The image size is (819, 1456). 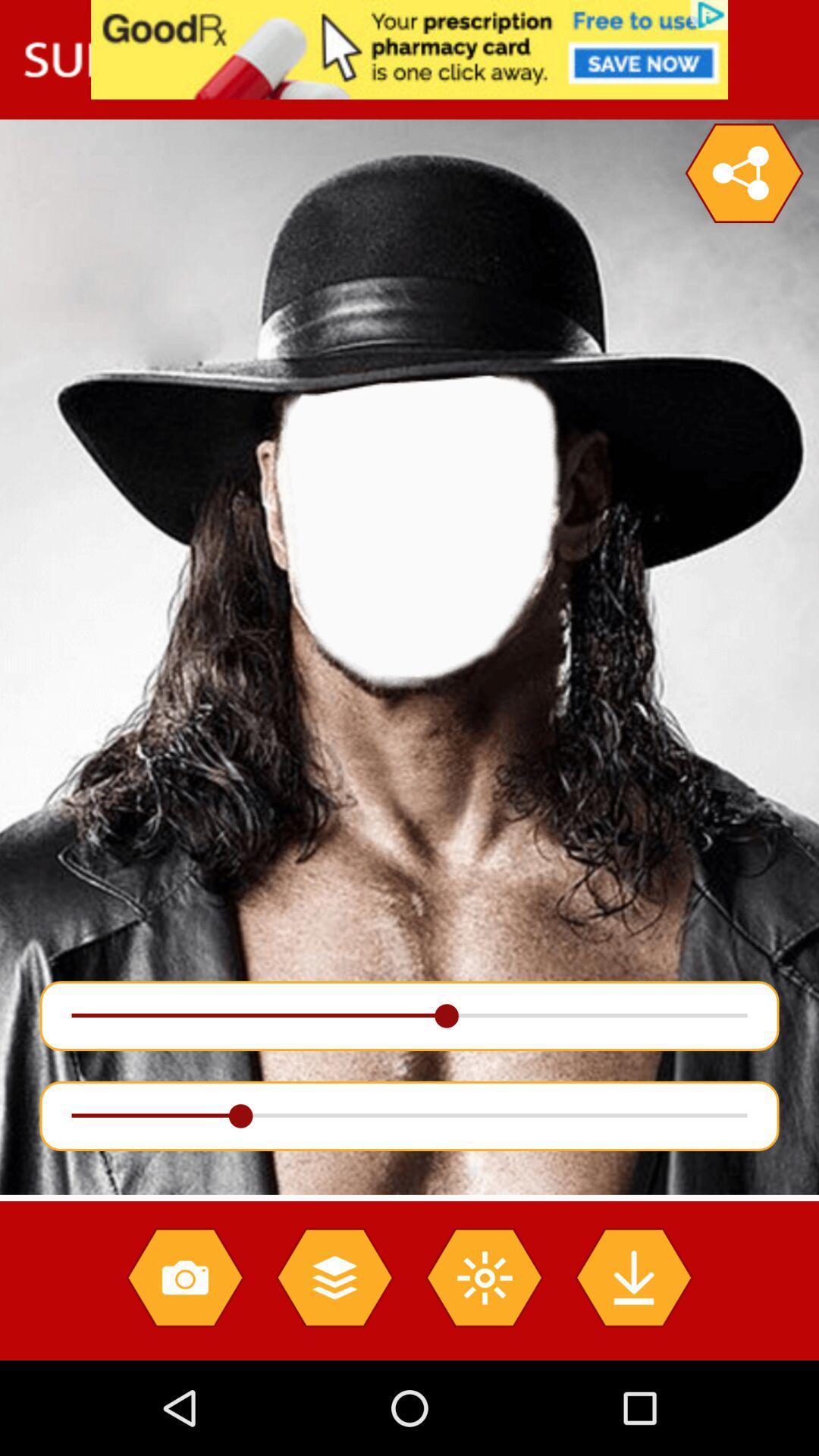 I want to click on make photo, so click(x=184, y=1276).